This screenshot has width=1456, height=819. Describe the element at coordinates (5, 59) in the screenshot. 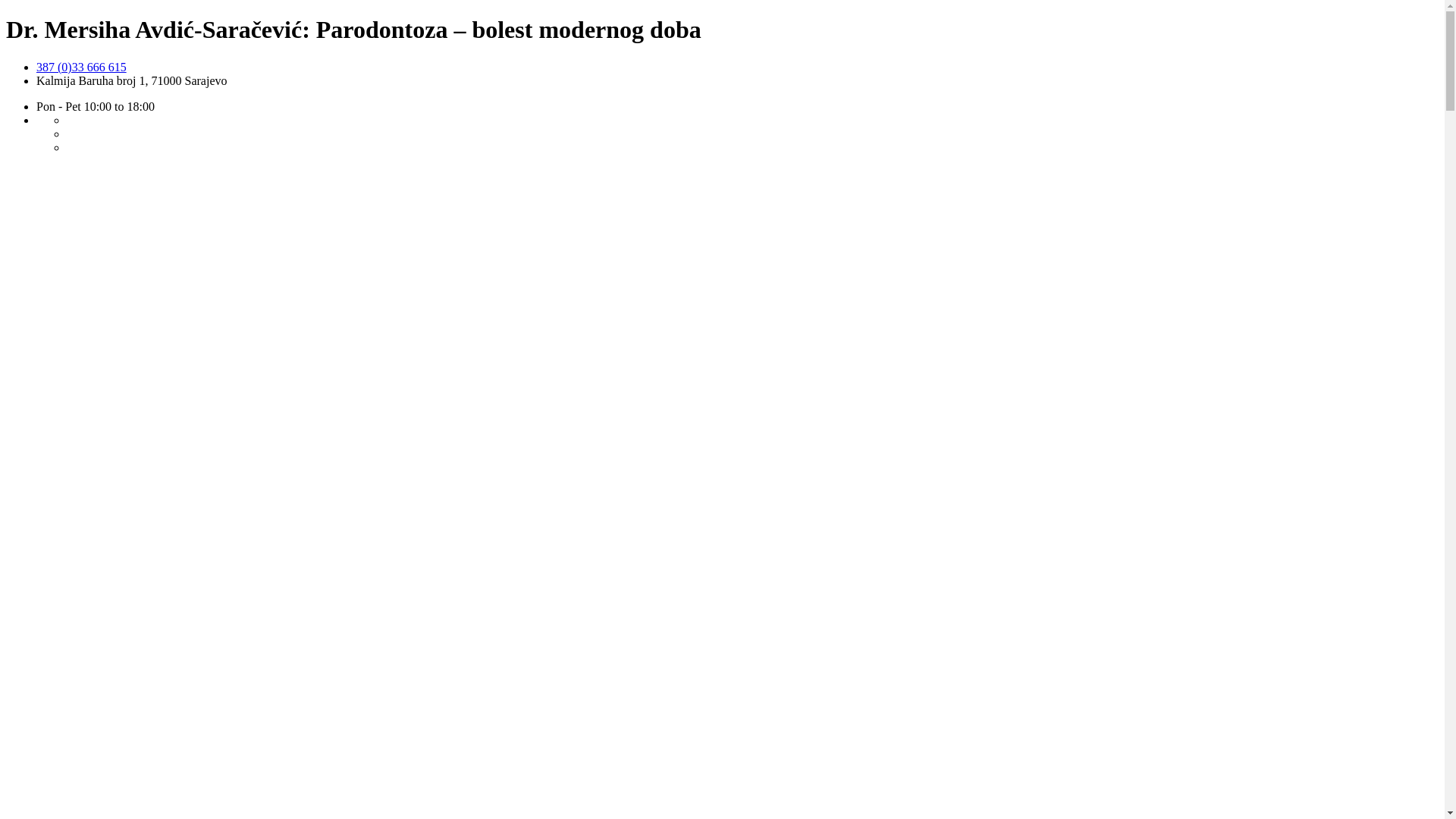

I see `'Skip to content'` at that location.